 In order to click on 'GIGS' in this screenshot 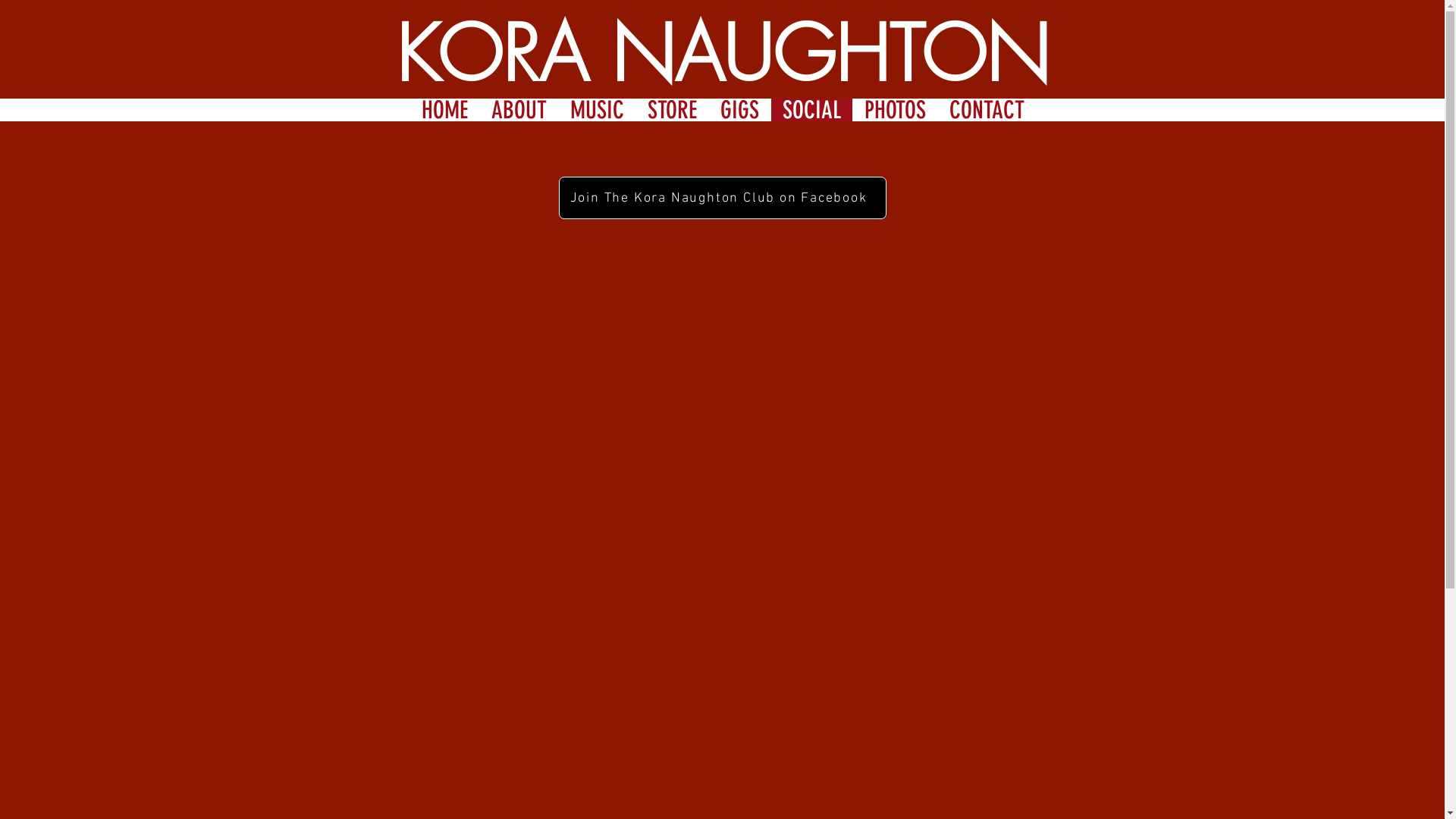, I will do `click(739, 109)`.